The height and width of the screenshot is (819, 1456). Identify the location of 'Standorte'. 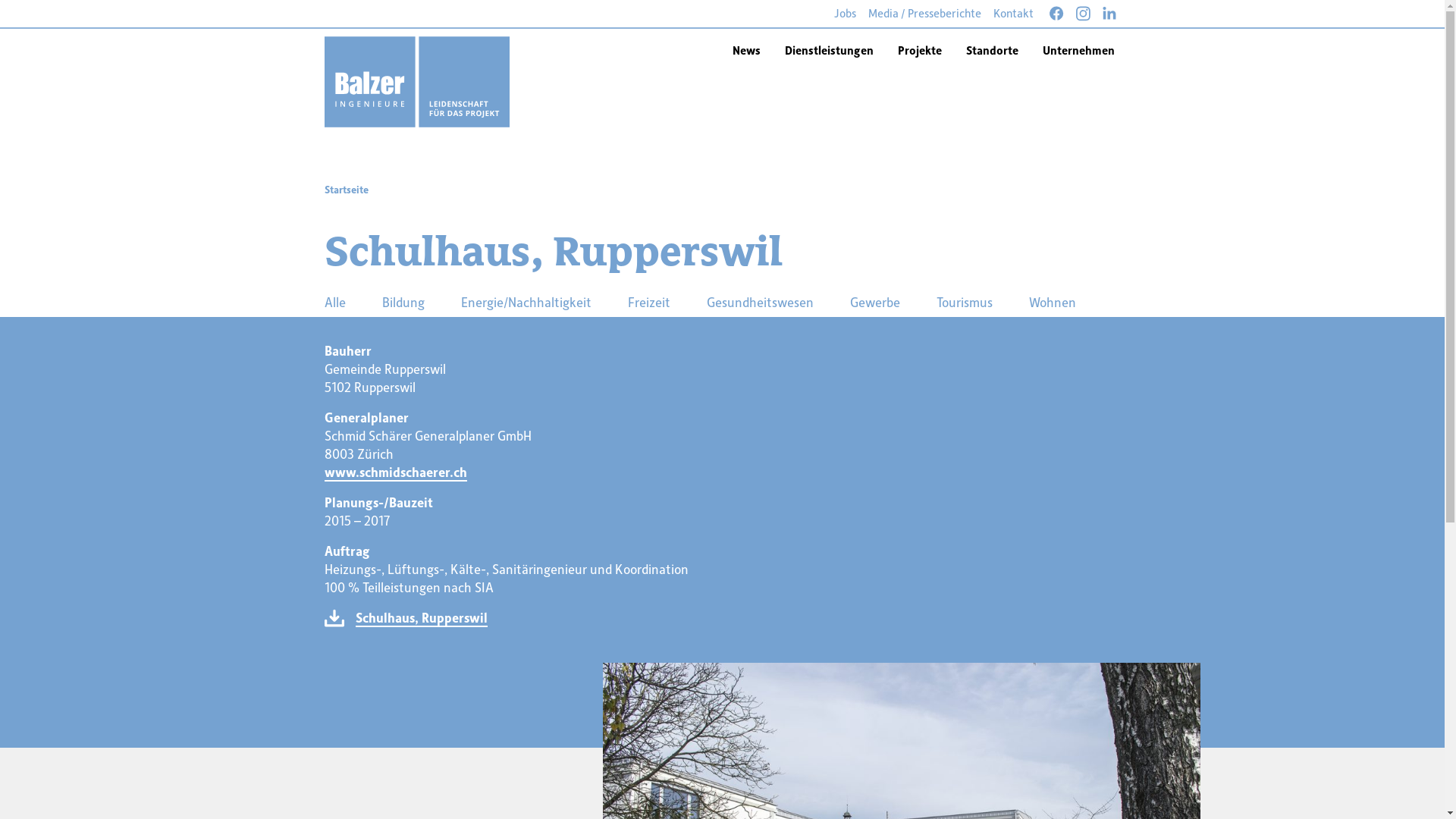
(992, 48).